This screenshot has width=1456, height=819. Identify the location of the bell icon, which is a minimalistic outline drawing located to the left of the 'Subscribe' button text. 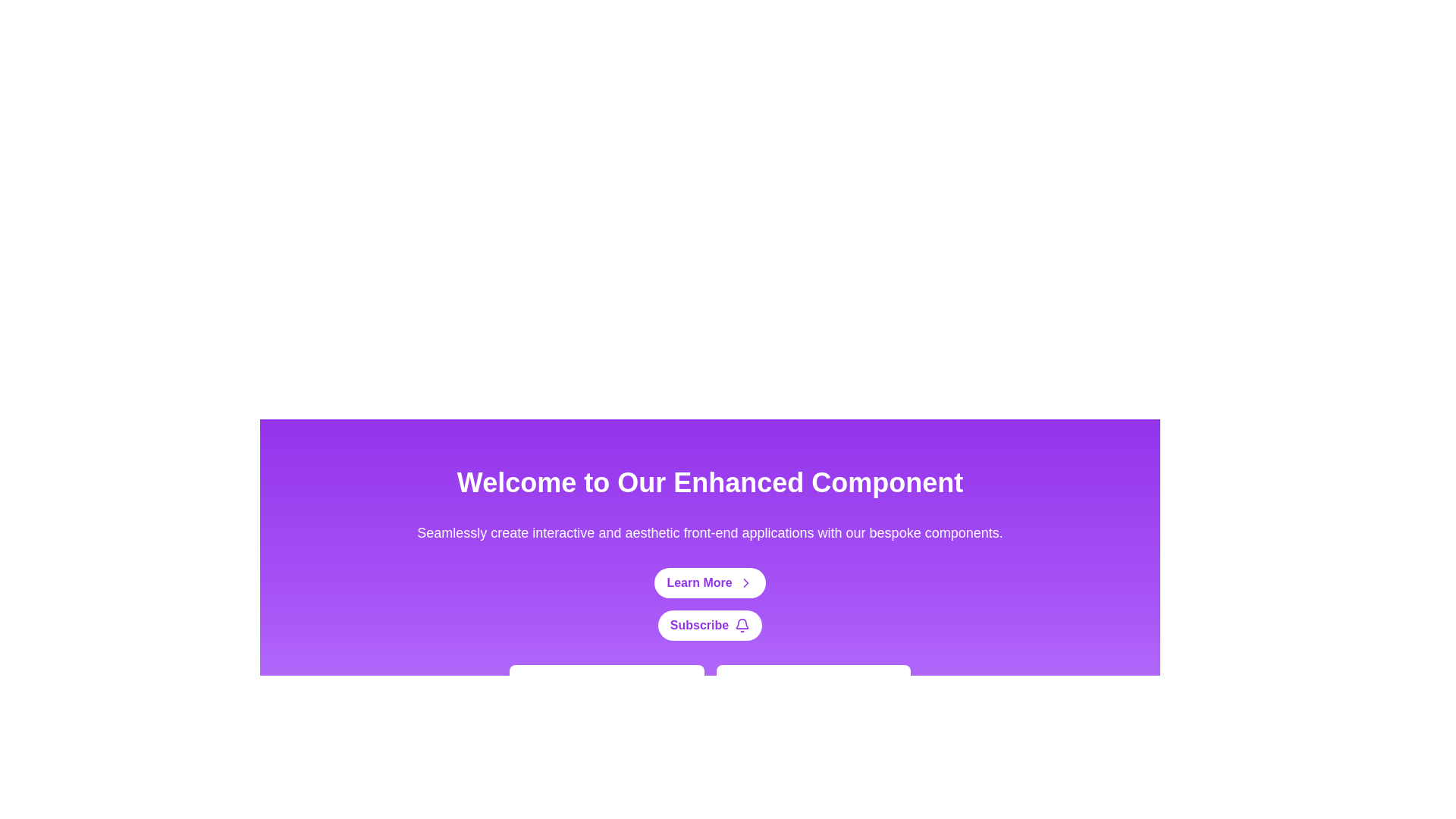
(742, 626).